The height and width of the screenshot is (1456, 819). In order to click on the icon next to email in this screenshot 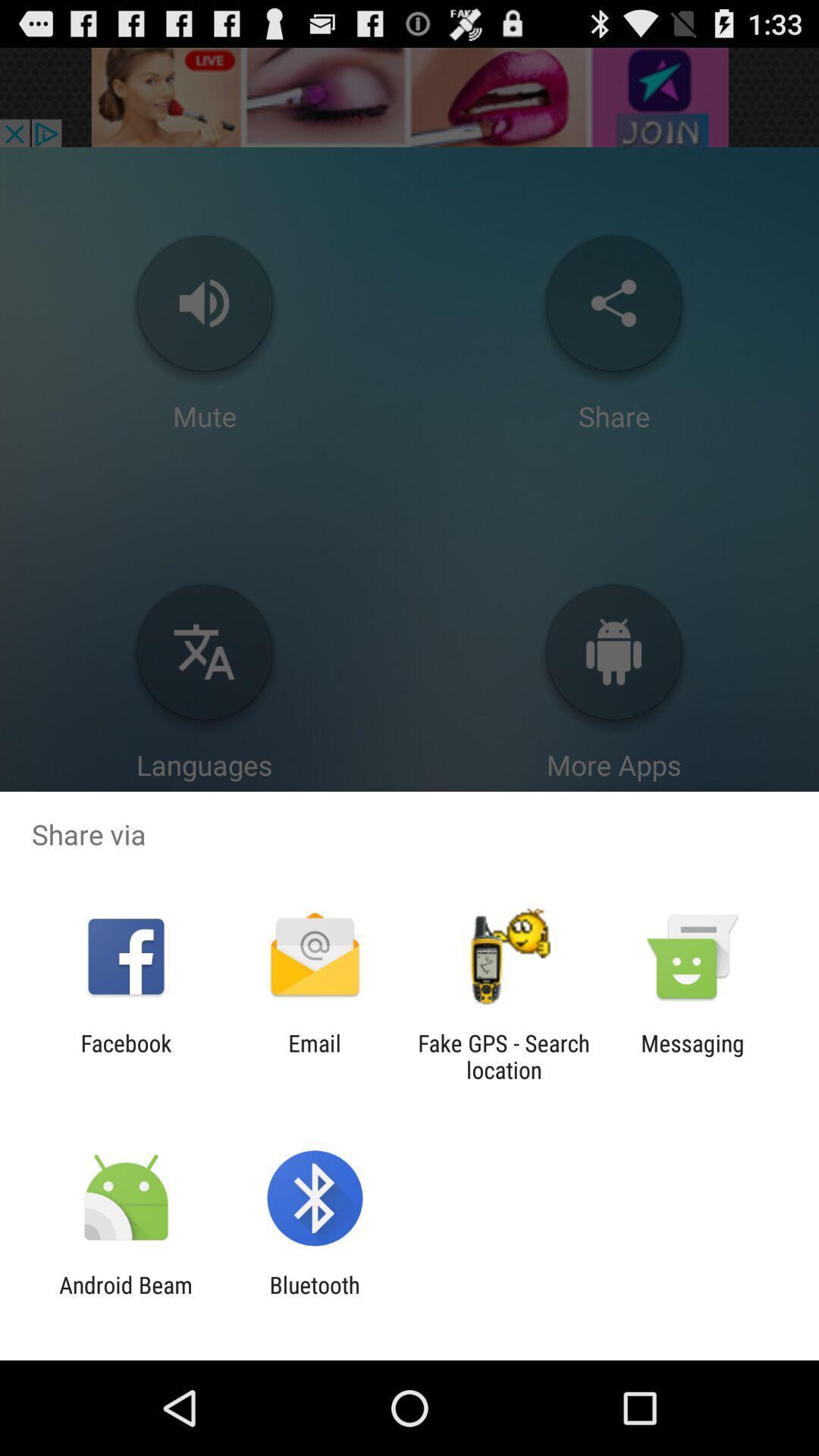, I will do `click(504, 1056)`.